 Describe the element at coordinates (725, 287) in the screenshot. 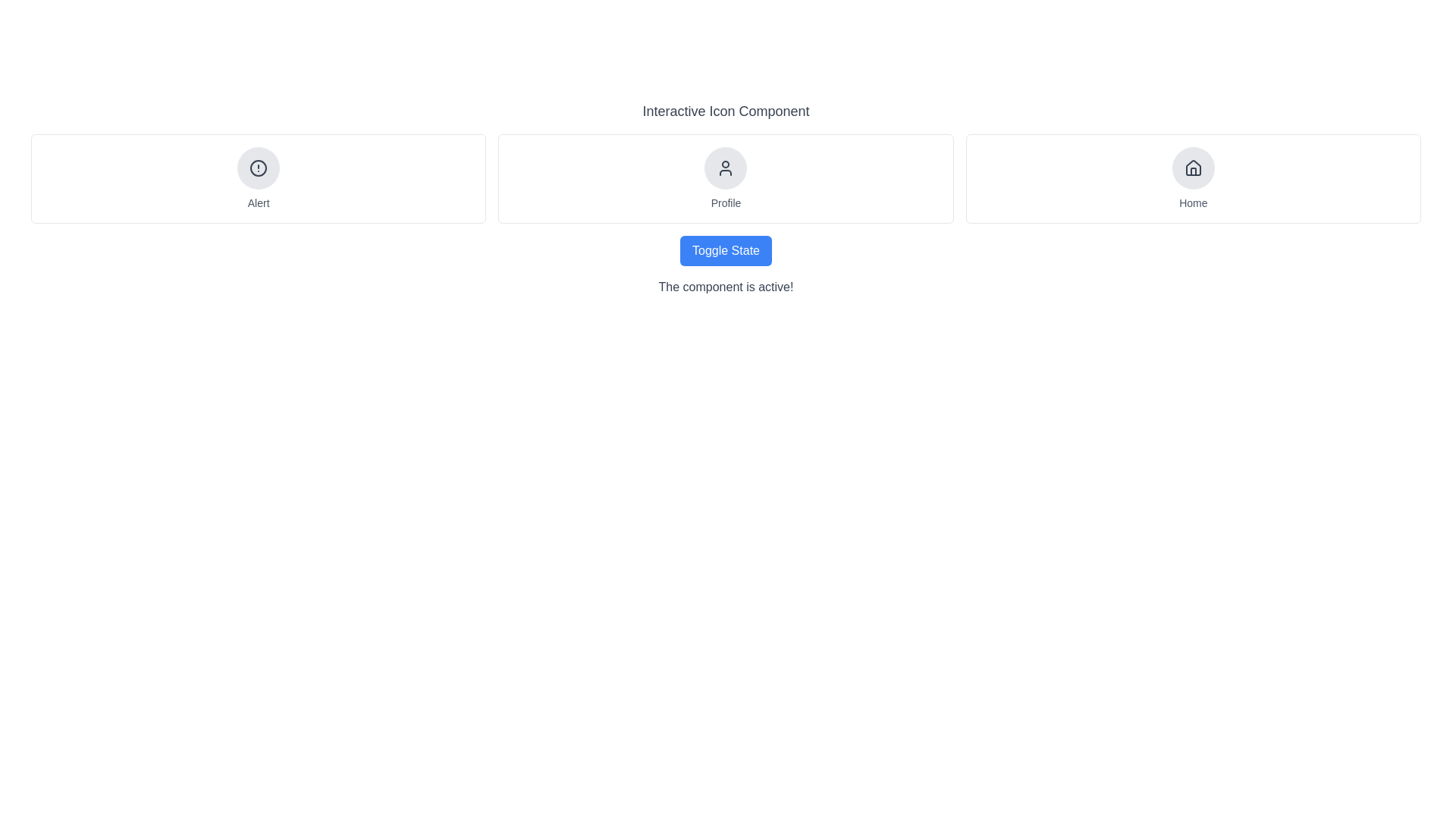

I see `the informational text label that indicates the active status of a component, located below the 'Toggle State' button` at that location.